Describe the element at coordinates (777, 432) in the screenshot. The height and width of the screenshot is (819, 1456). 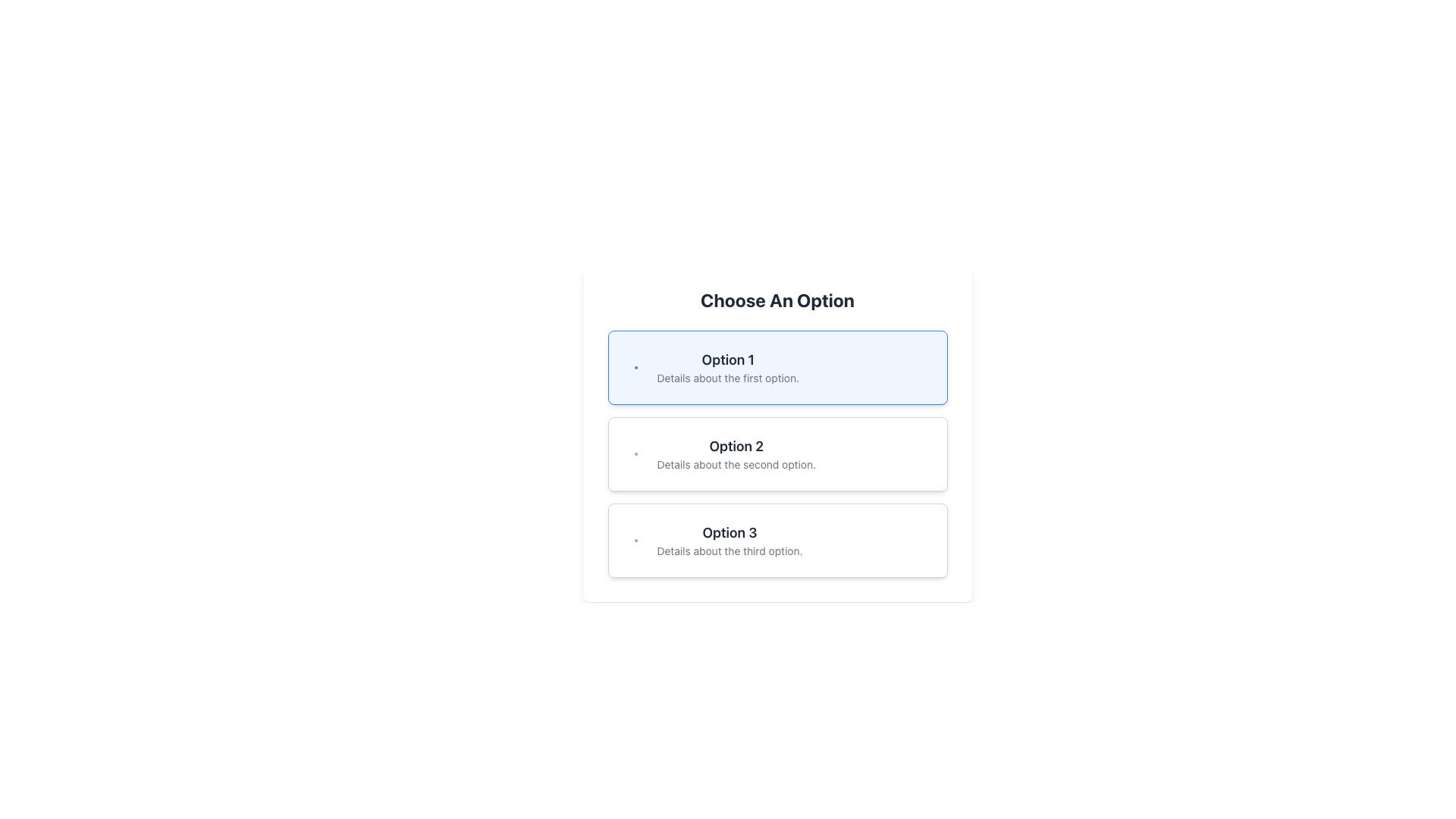
I see `the interactive button for selecting 'Option 2' located in the modal with the title 'Choose An Option'` at that location.